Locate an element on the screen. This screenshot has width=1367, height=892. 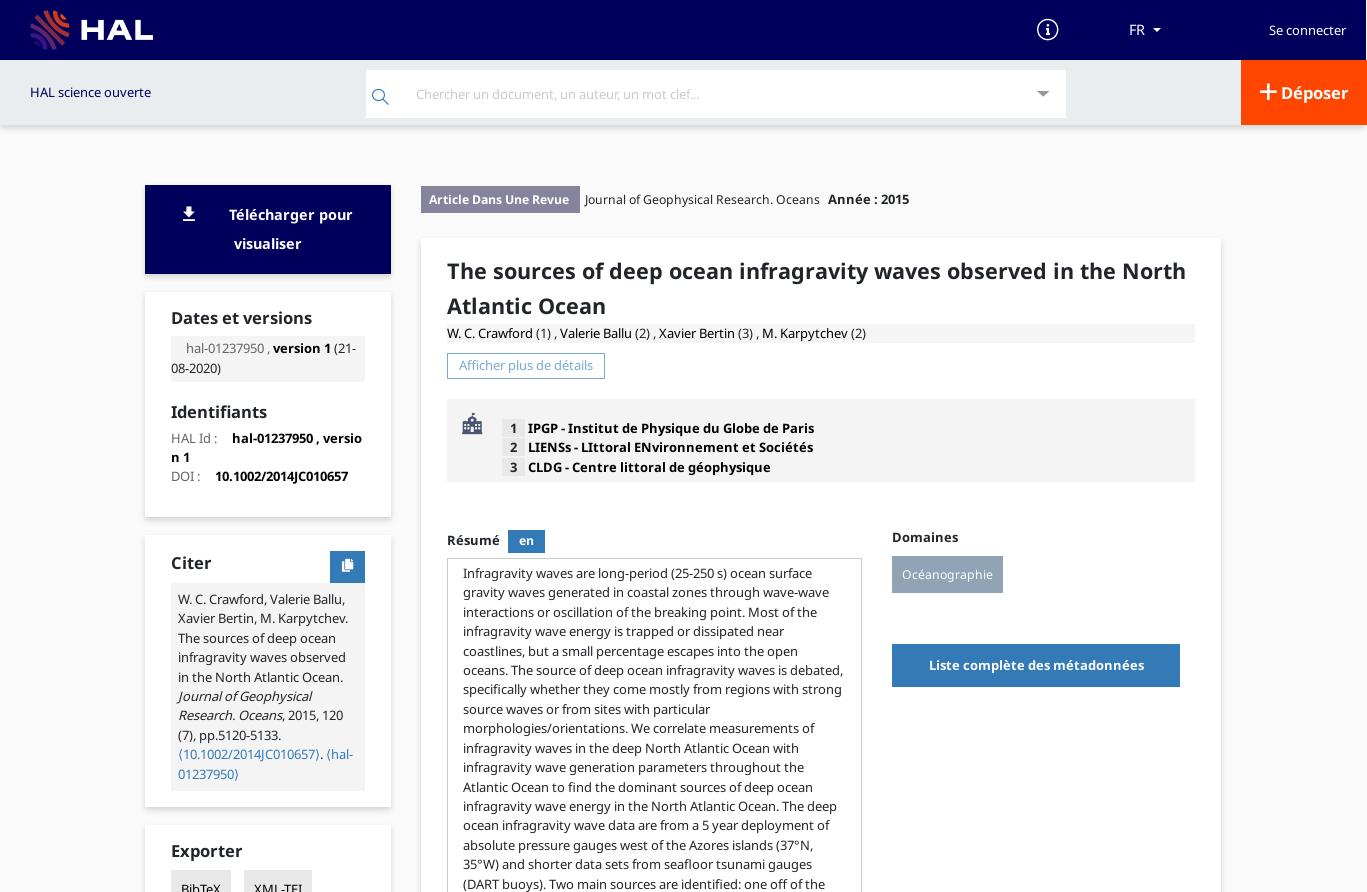
'hal-01237950 ,' is located at coordinates (226, 346).